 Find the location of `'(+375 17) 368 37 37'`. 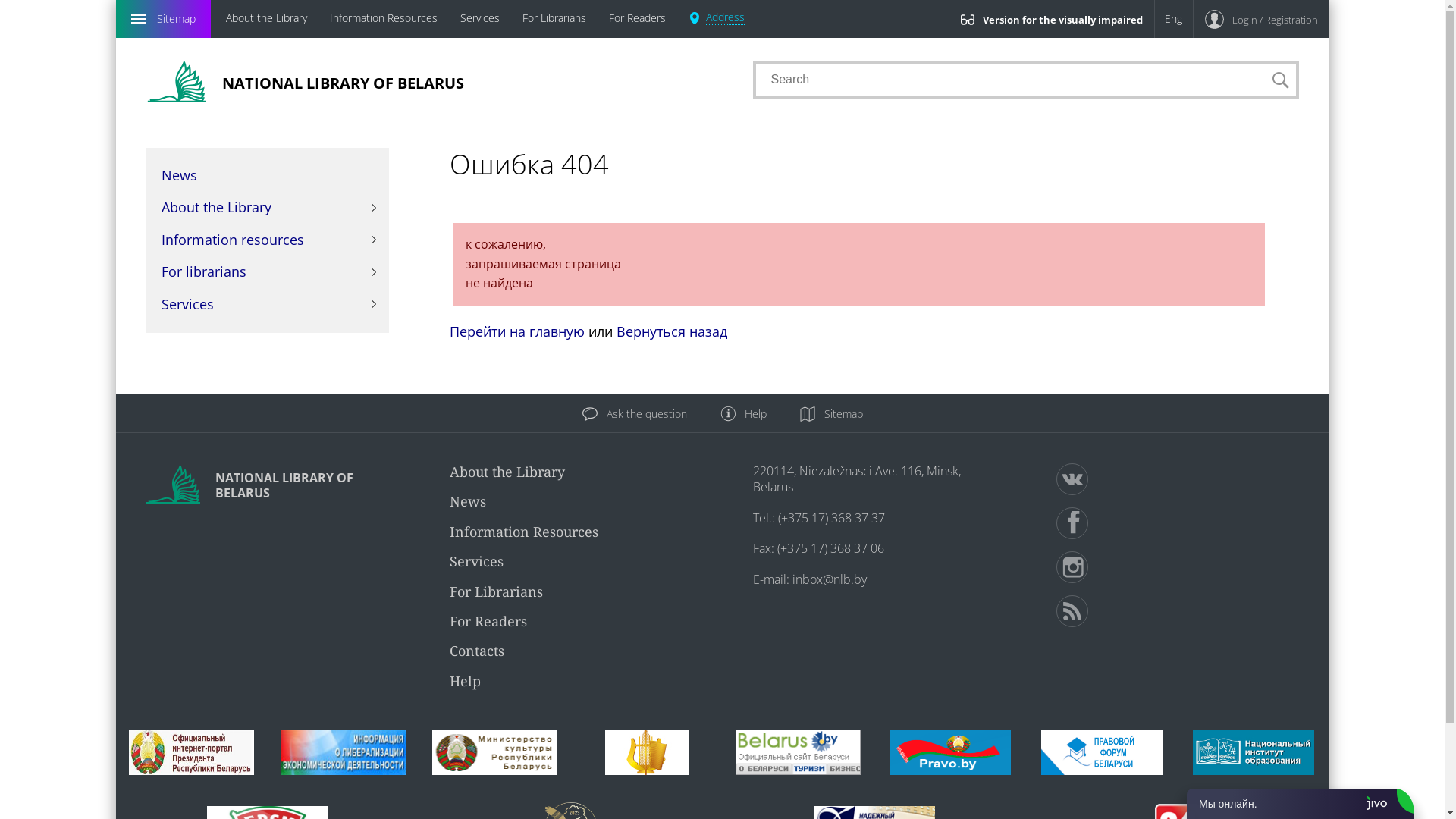

'(+375 17) 368 37 37' is located at coordinates (778, 516).